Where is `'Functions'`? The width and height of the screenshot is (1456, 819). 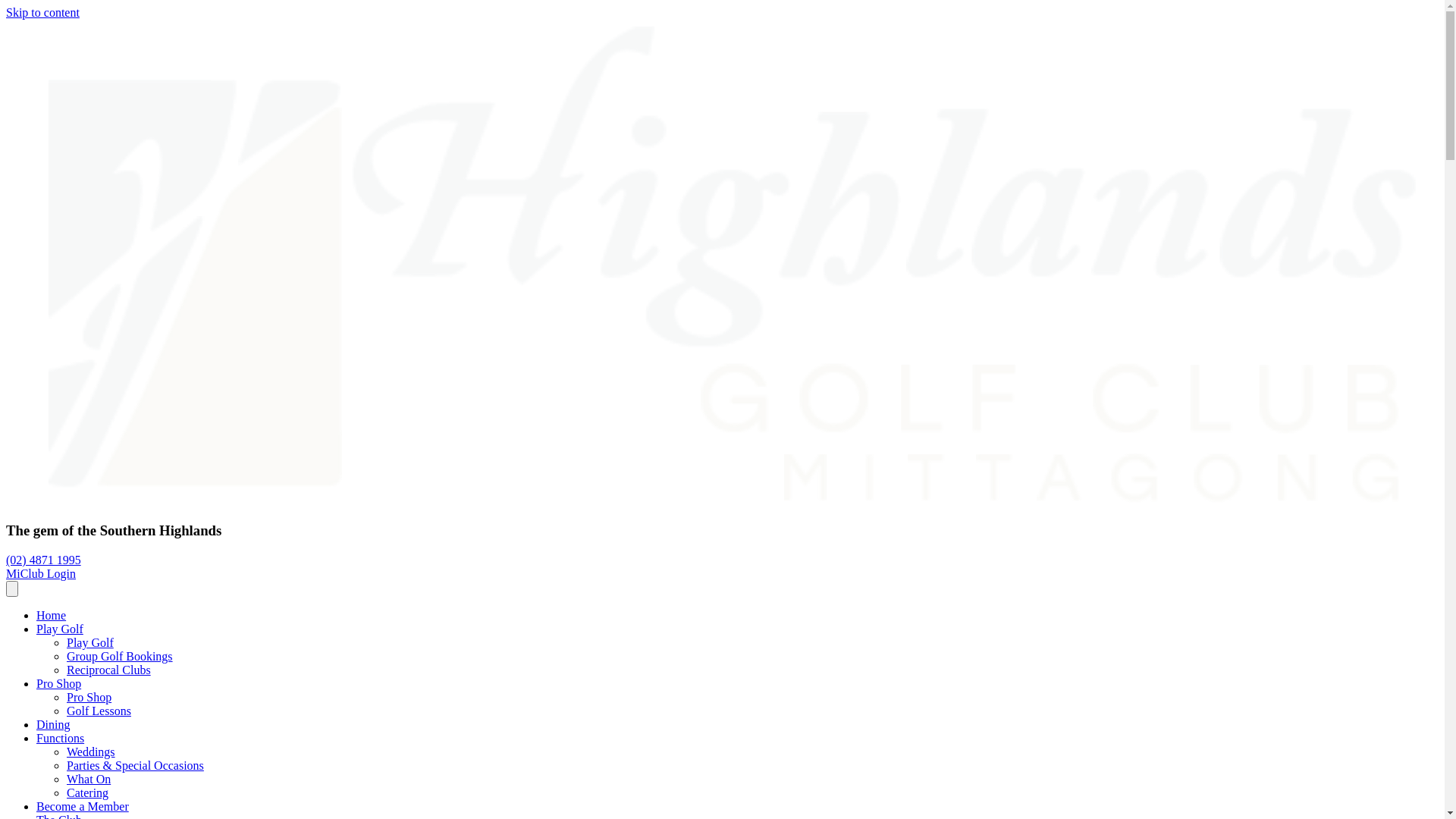
'Functions' is located at coordinates (60, 737).